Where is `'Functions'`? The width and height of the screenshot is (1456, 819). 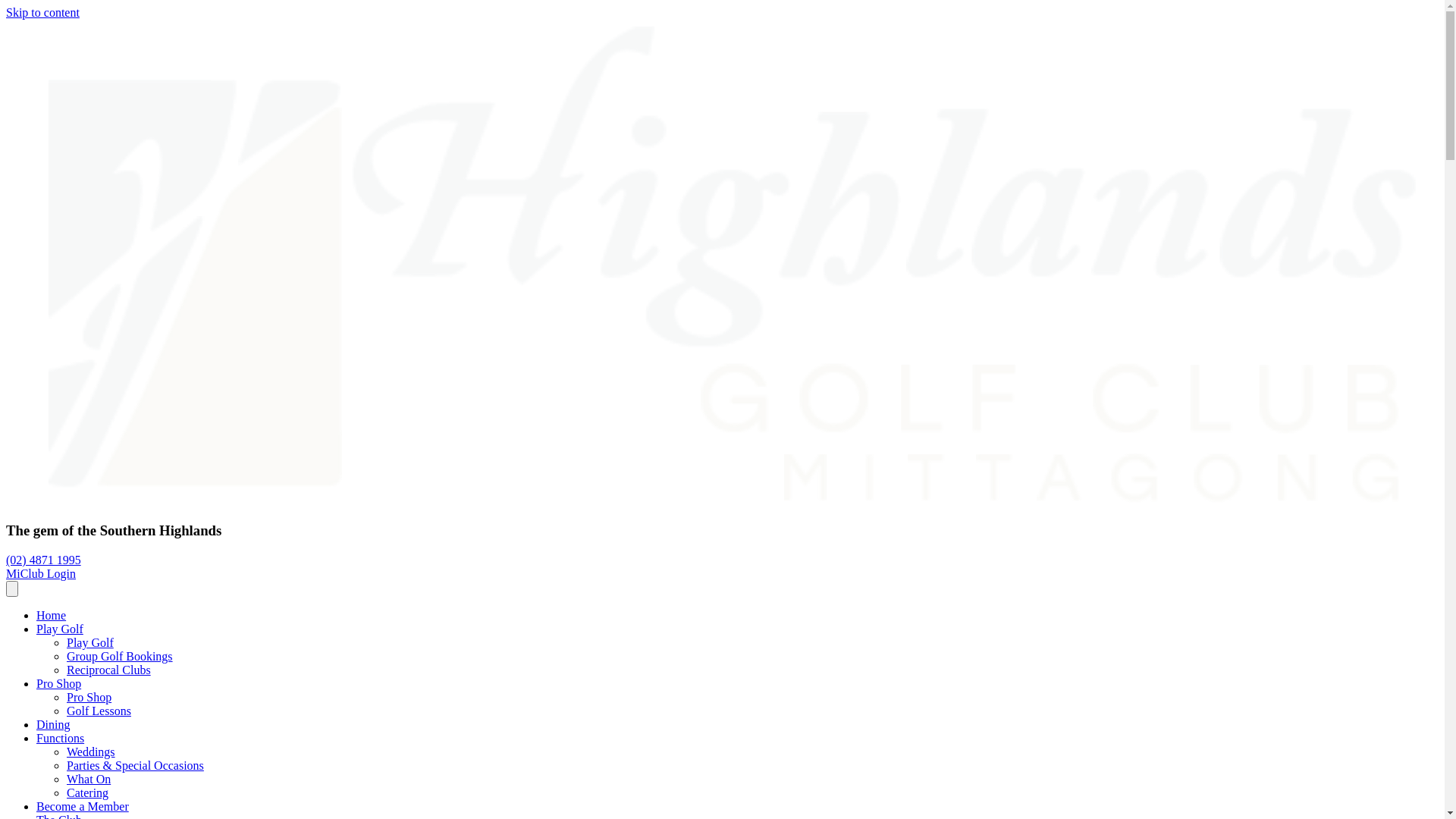
'Functions' is located at coordinates (60, 737).